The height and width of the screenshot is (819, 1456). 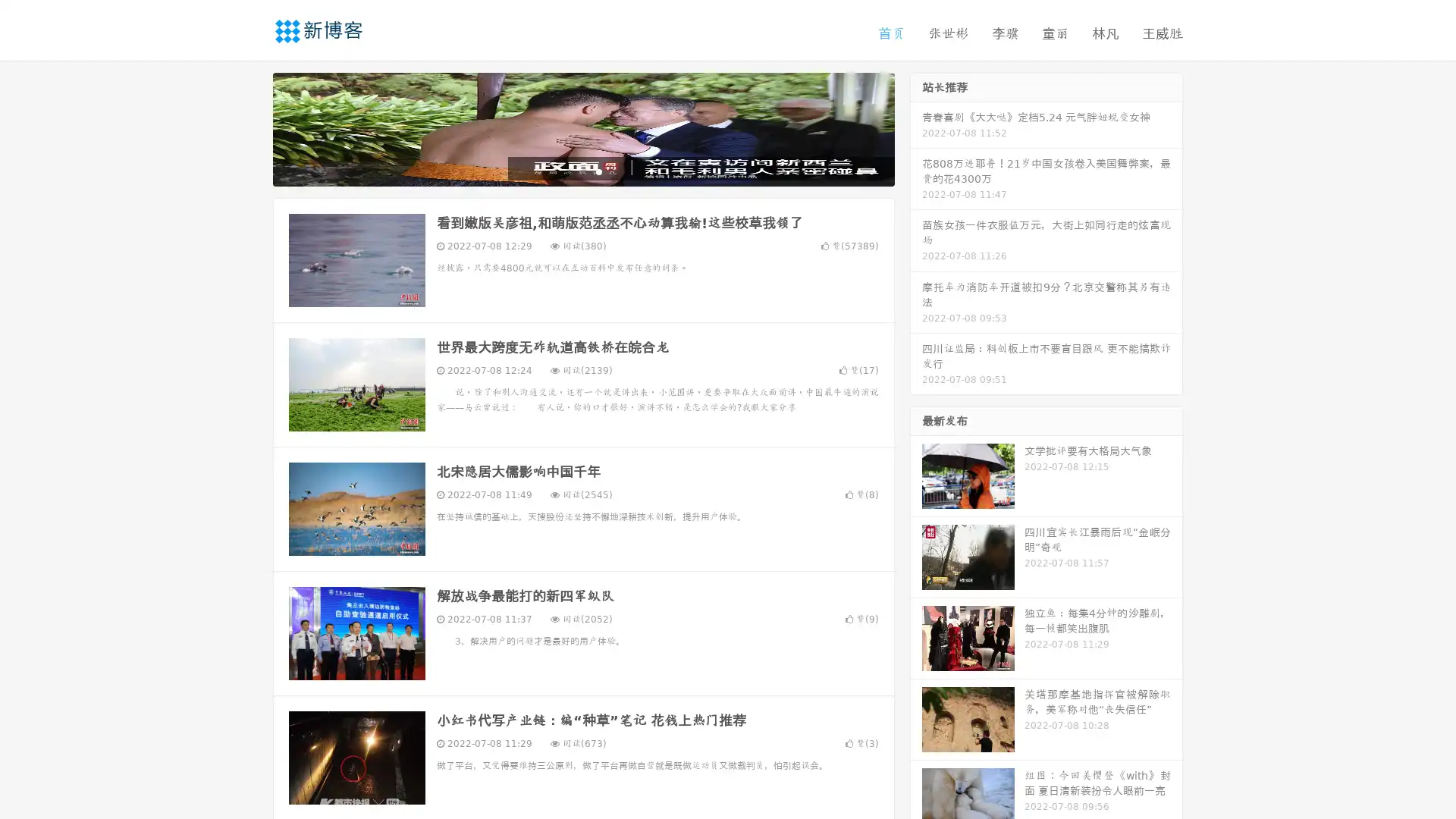 What do you see at coordinates (582, 171) in the screenshot?
I see `Go to slide 2` at bounding box center [582, 171].